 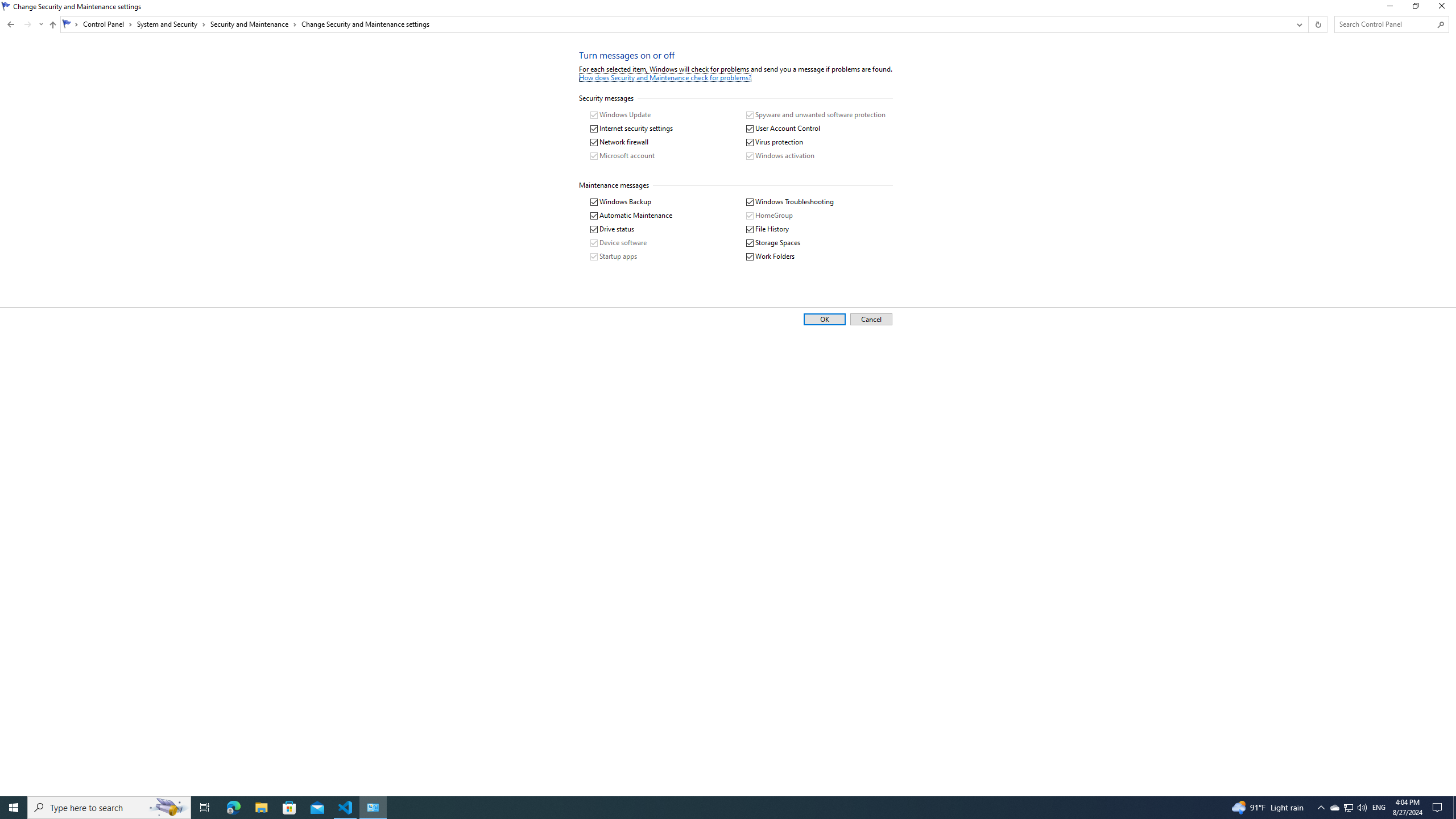 What do you see at coordinates (1444, 9) in the screenshot?
I see `'Close'` at bounding box center [1444, 9].